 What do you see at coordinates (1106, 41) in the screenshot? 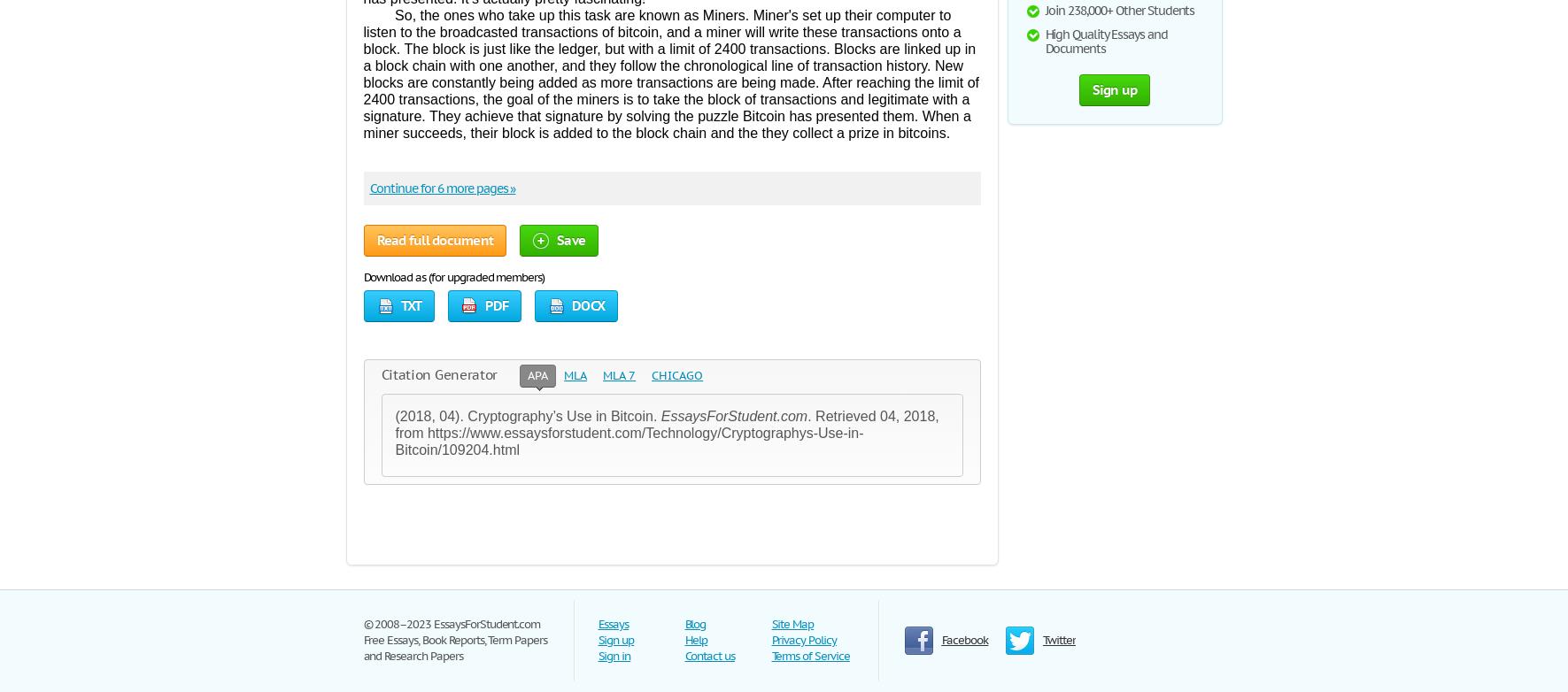
I see `'High Quality Essays and Documents'` at bounding box center [1106, 41].